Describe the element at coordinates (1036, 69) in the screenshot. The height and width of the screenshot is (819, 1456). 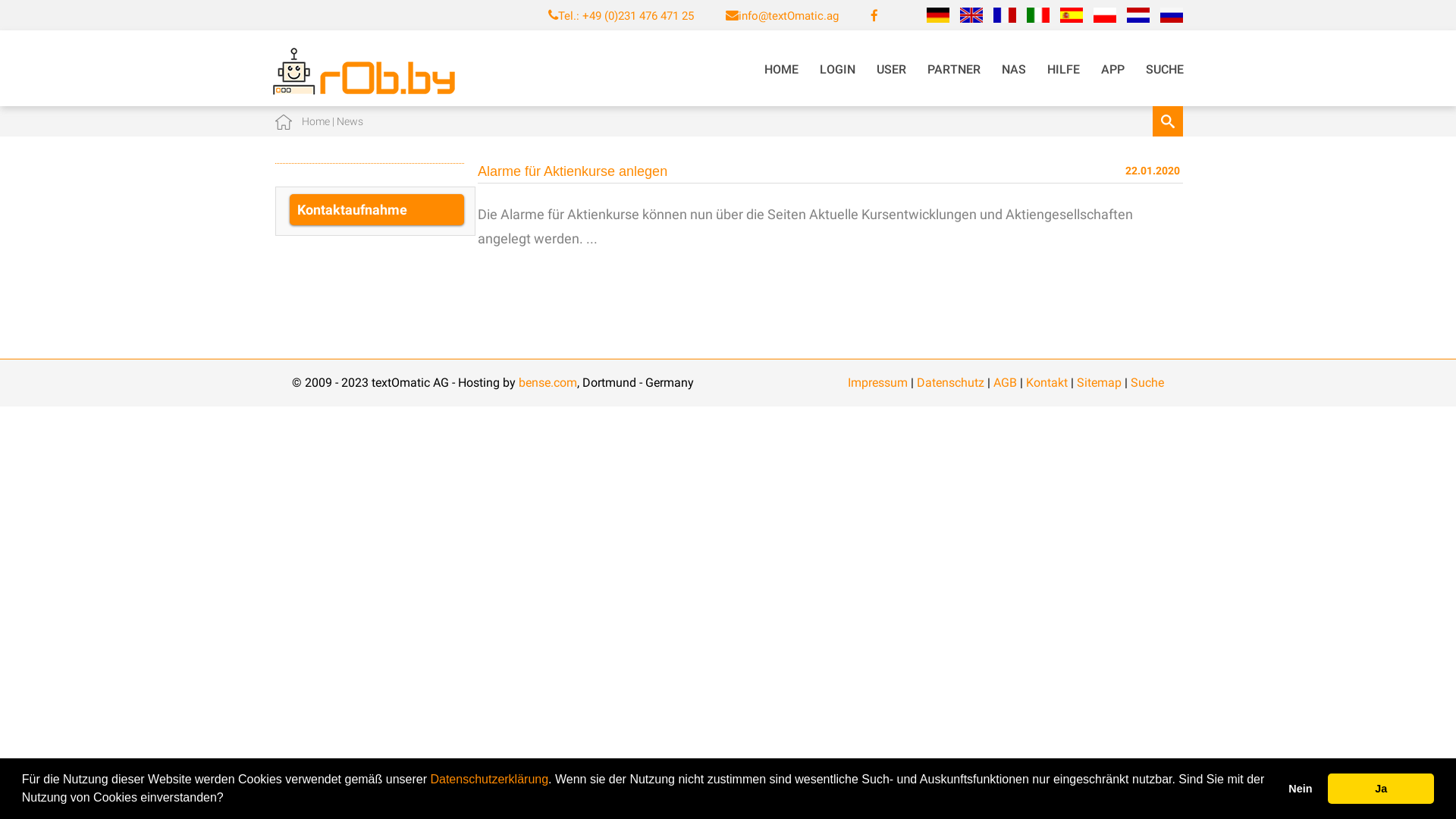
I see `'HILFE'` at that location.